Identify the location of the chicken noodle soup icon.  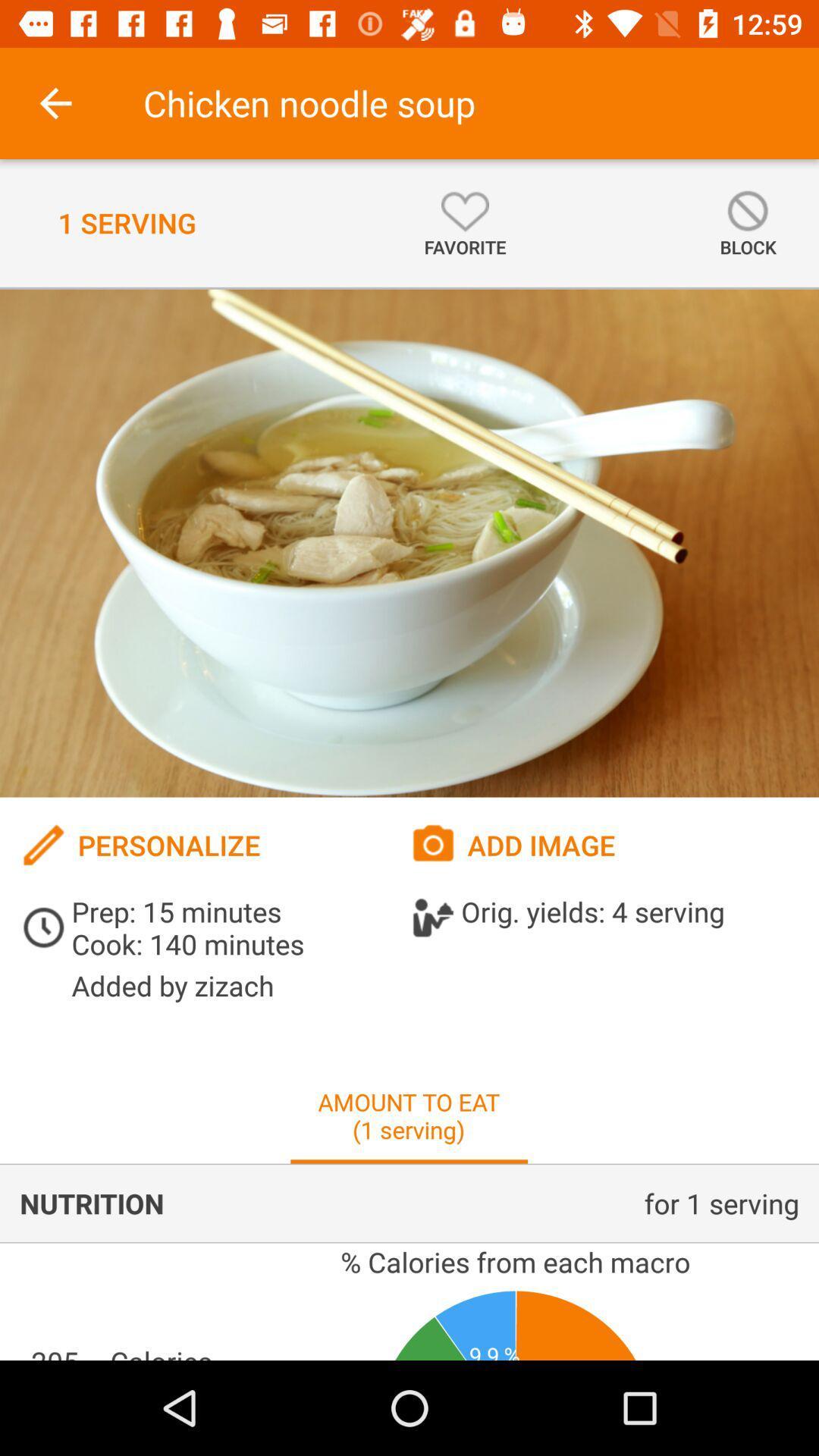
(309, 102).